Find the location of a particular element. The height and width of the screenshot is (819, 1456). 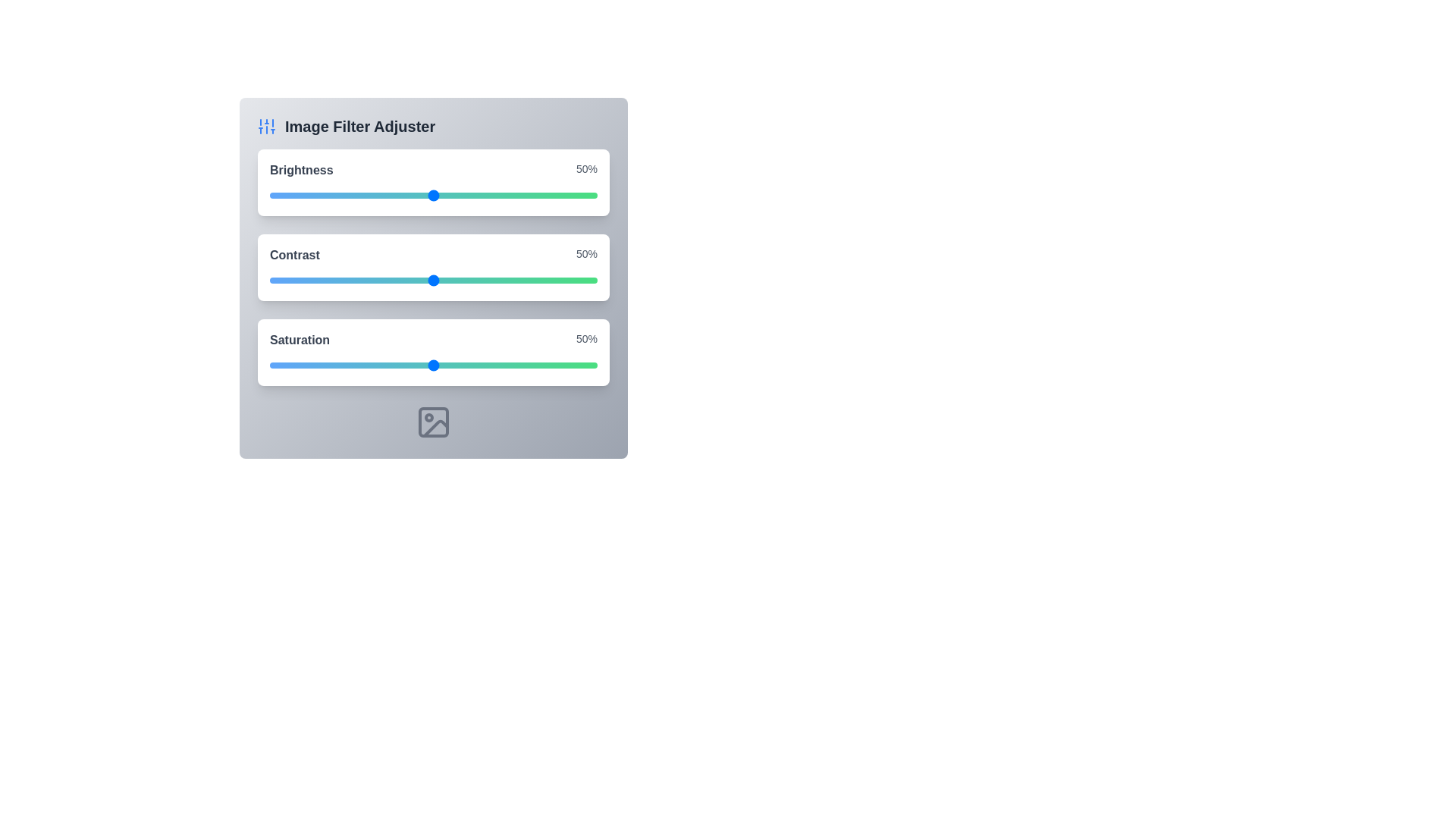

the saturation slider to 16% is located at coordinates (322, 366).